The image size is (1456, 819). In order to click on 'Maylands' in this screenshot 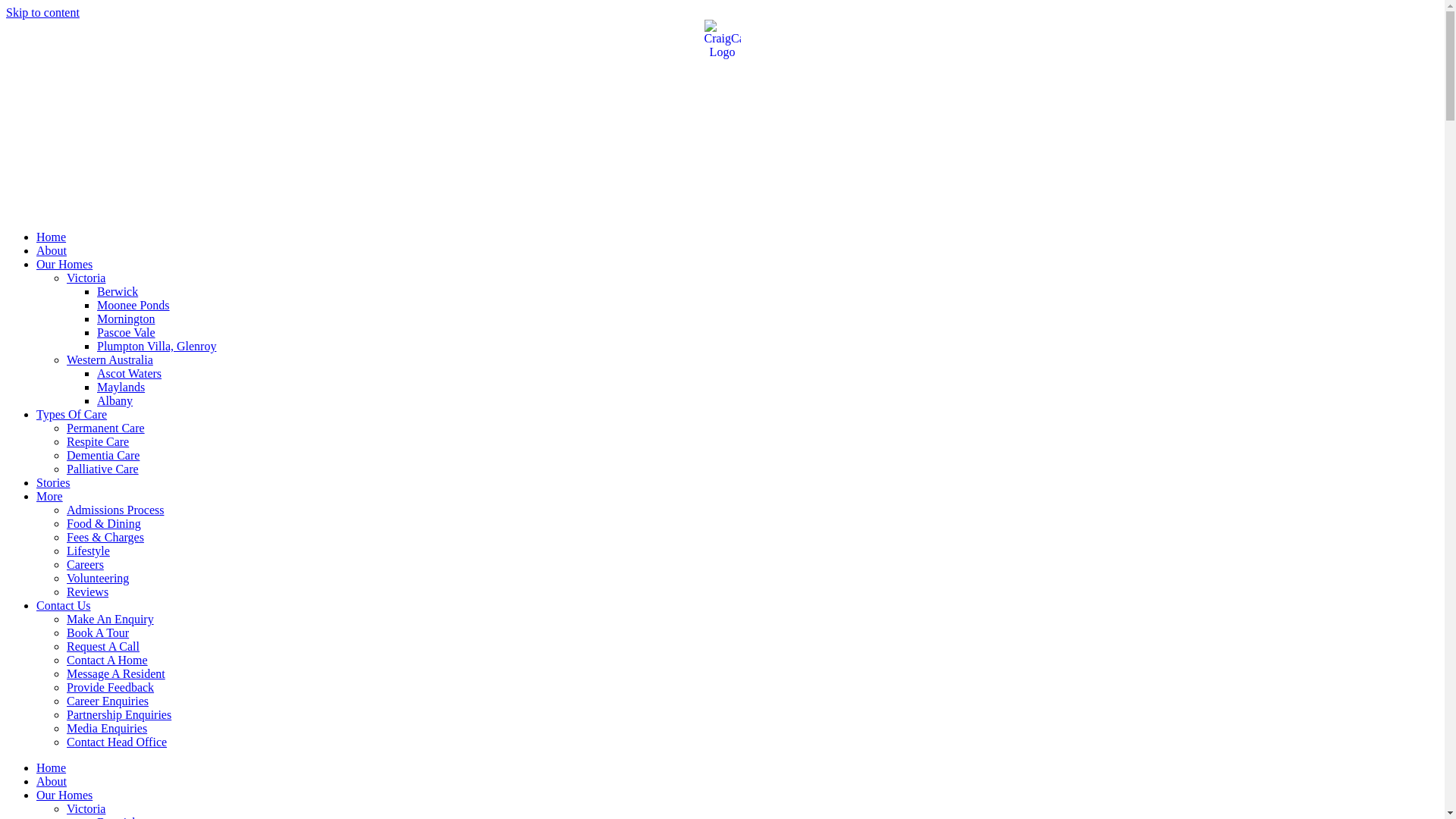, I will do `click(96, 386)`.